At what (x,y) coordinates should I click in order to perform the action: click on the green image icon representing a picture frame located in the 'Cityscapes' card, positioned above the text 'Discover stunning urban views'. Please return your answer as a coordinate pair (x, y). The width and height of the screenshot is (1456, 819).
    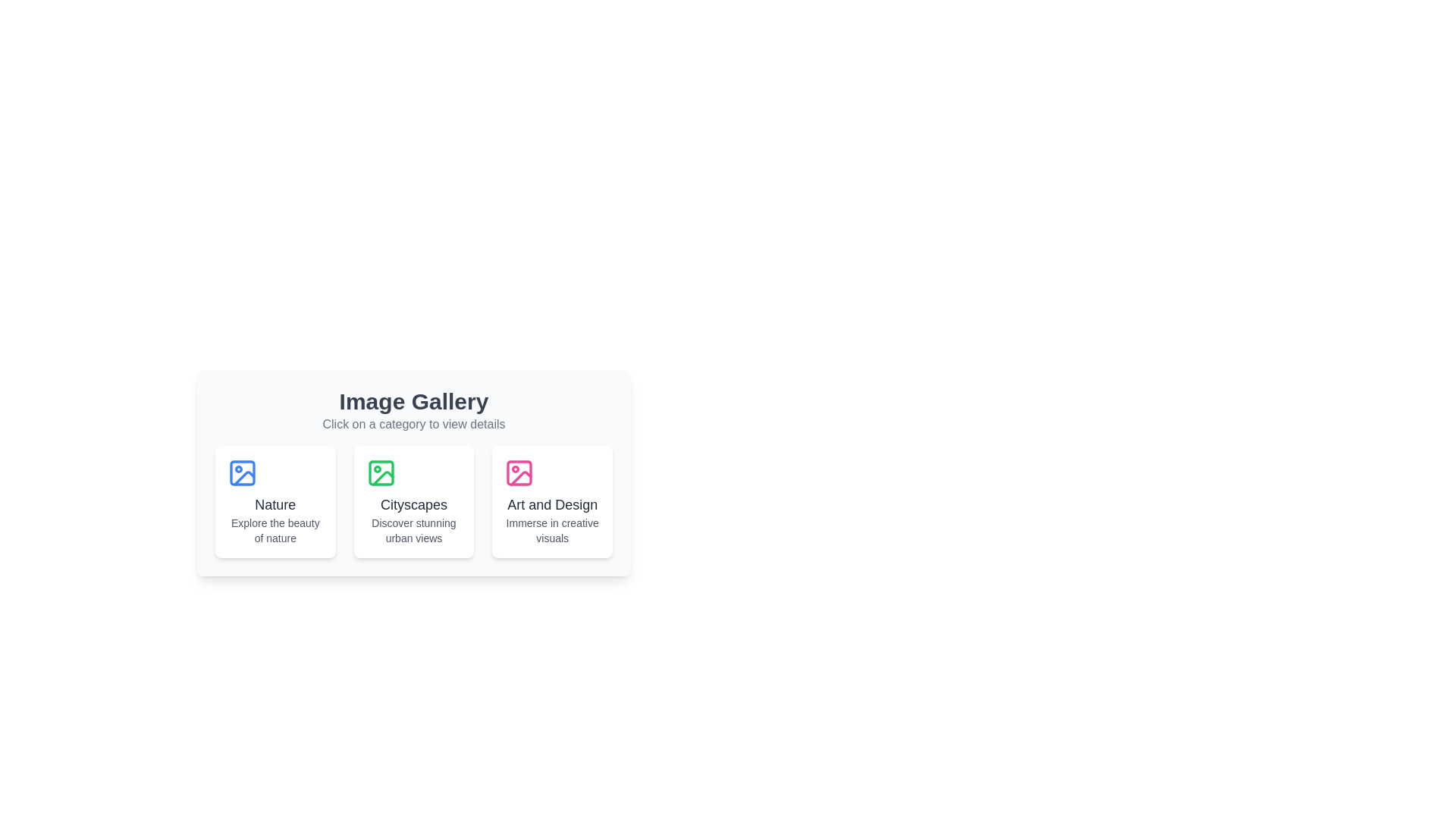
    Looking at the image, I should click on (381, 472).